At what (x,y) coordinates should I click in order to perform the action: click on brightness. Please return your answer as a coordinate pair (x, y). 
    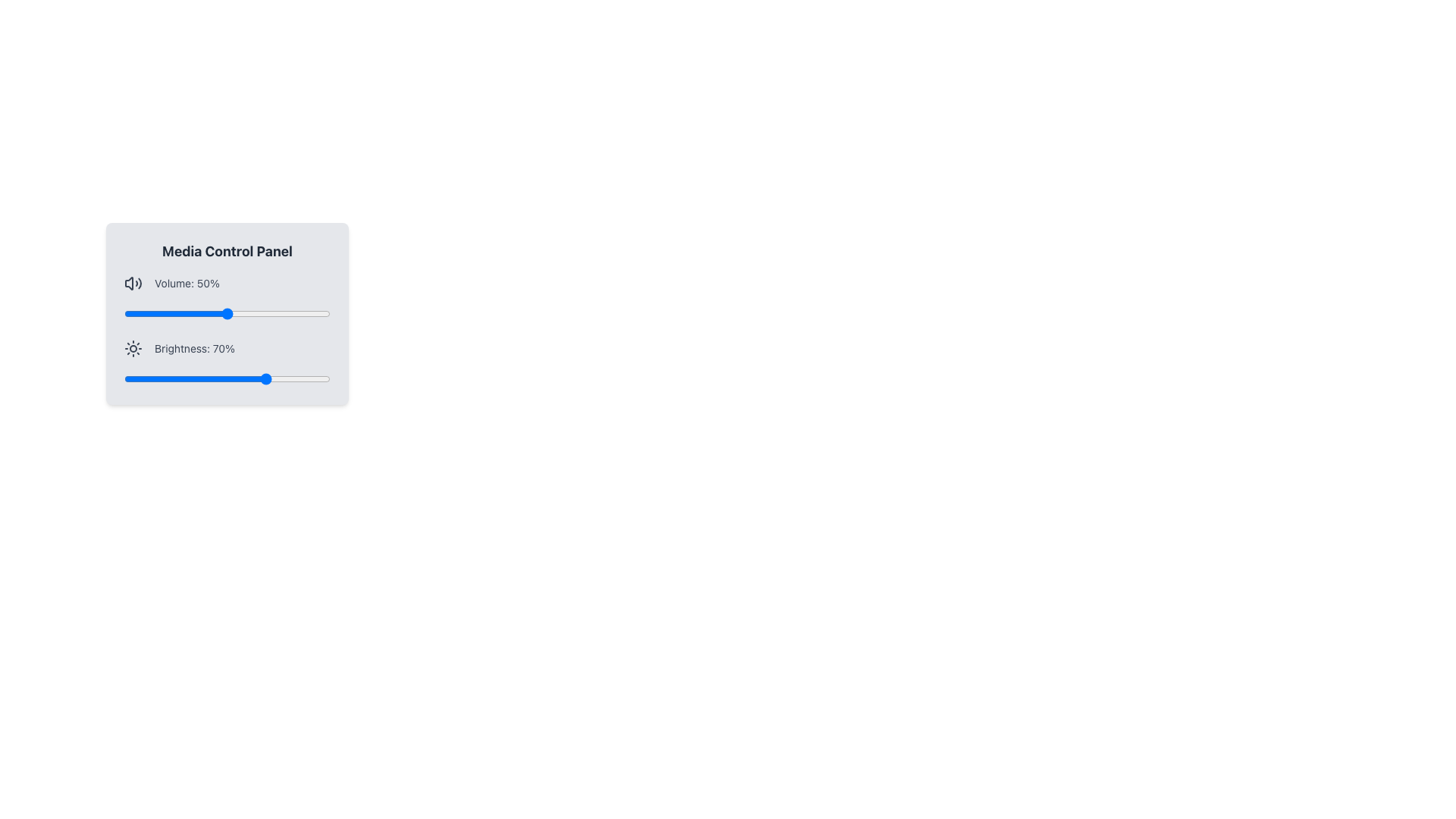
    Looking at the image, I should click on (252, 378).